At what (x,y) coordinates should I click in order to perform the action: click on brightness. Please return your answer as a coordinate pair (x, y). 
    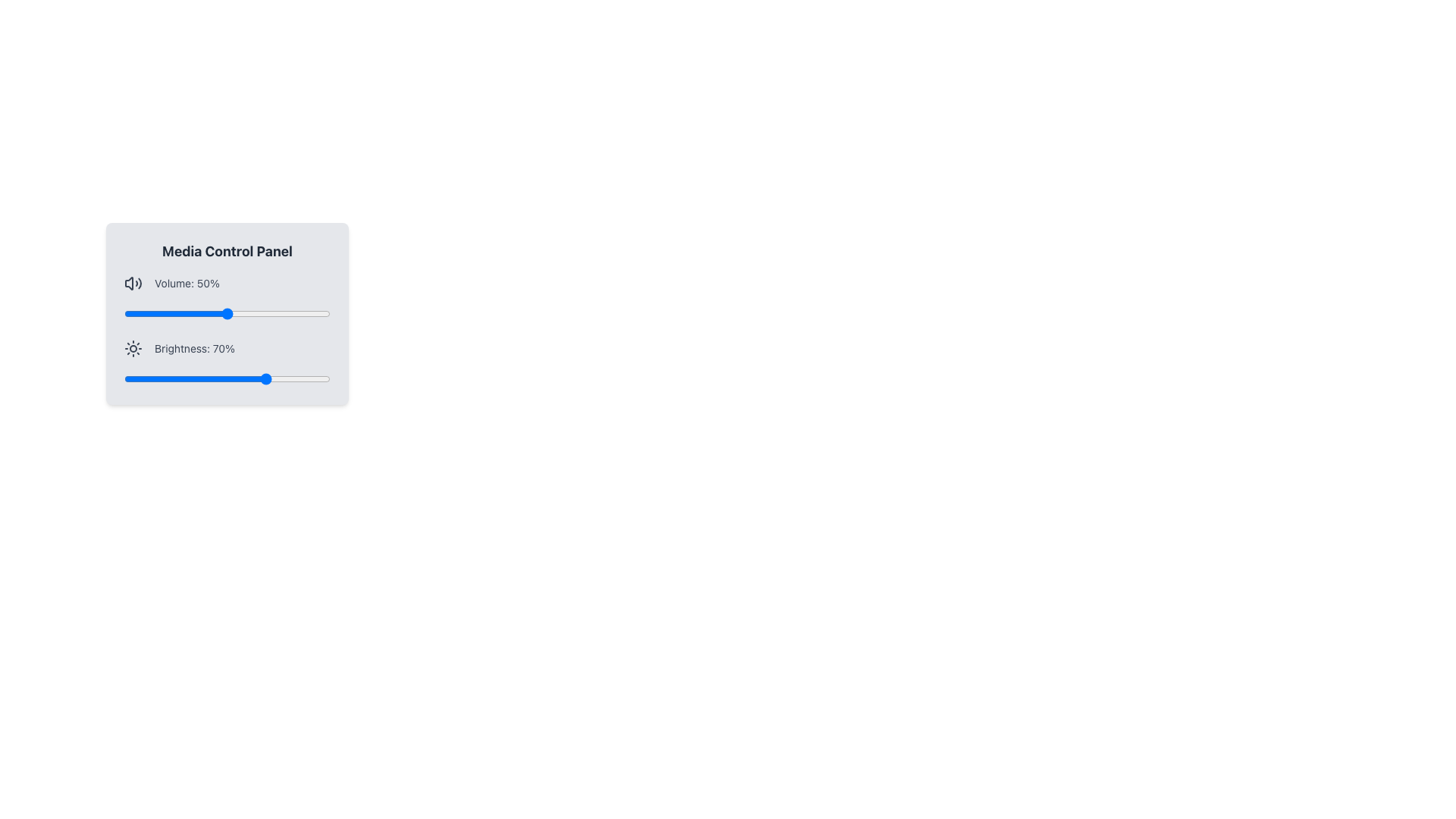
    Looking at the image, I should click on (252, 378).